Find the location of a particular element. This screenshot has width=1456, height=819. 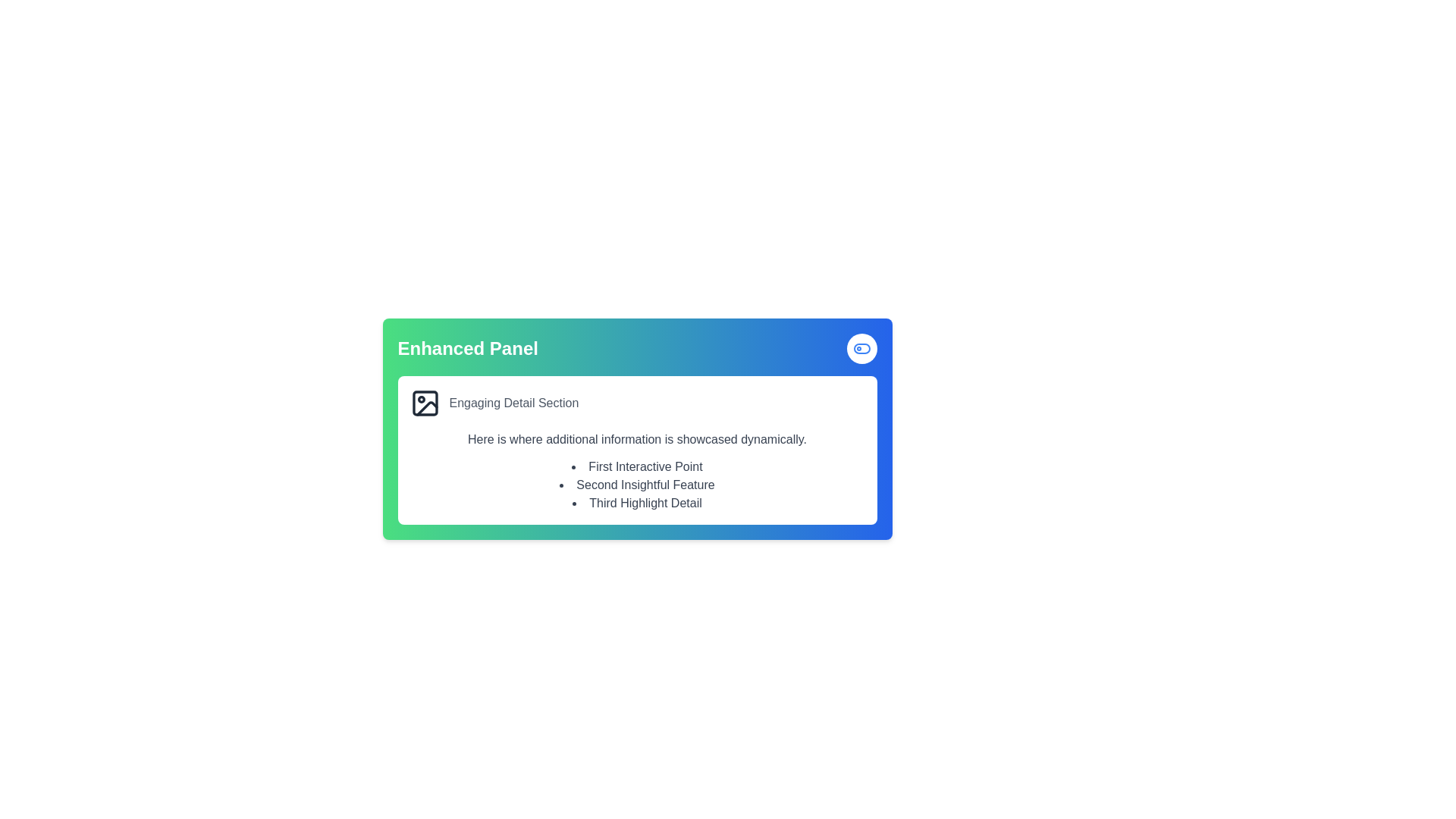

text from the bulleted list located centrally within the panel beneath the header 'Enhanced Panel', which summarizes key information related to the content above is located at coordinates (637, 485).